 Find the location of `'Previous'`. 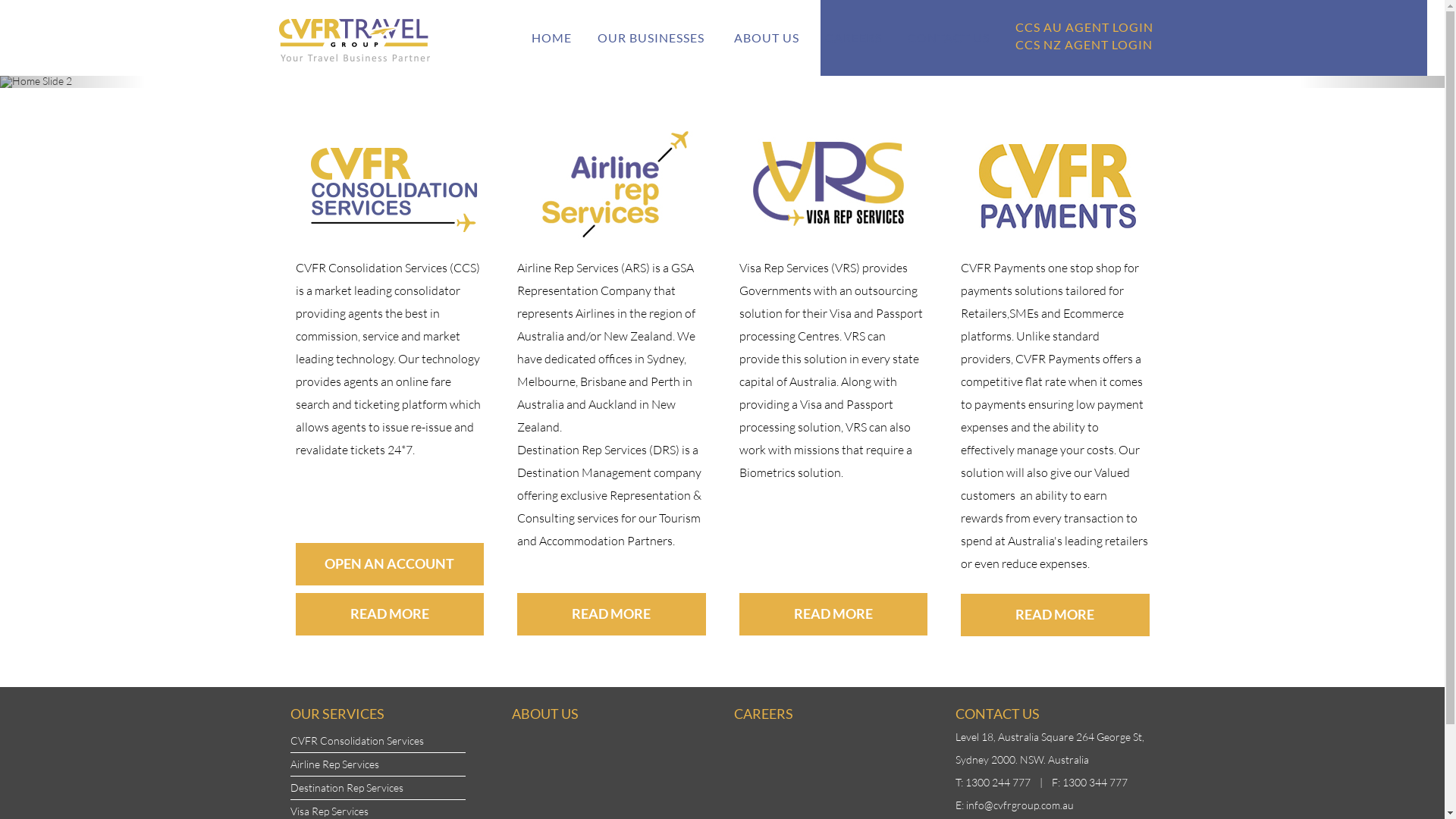

'Previous' is located at coordinates (0, 82).